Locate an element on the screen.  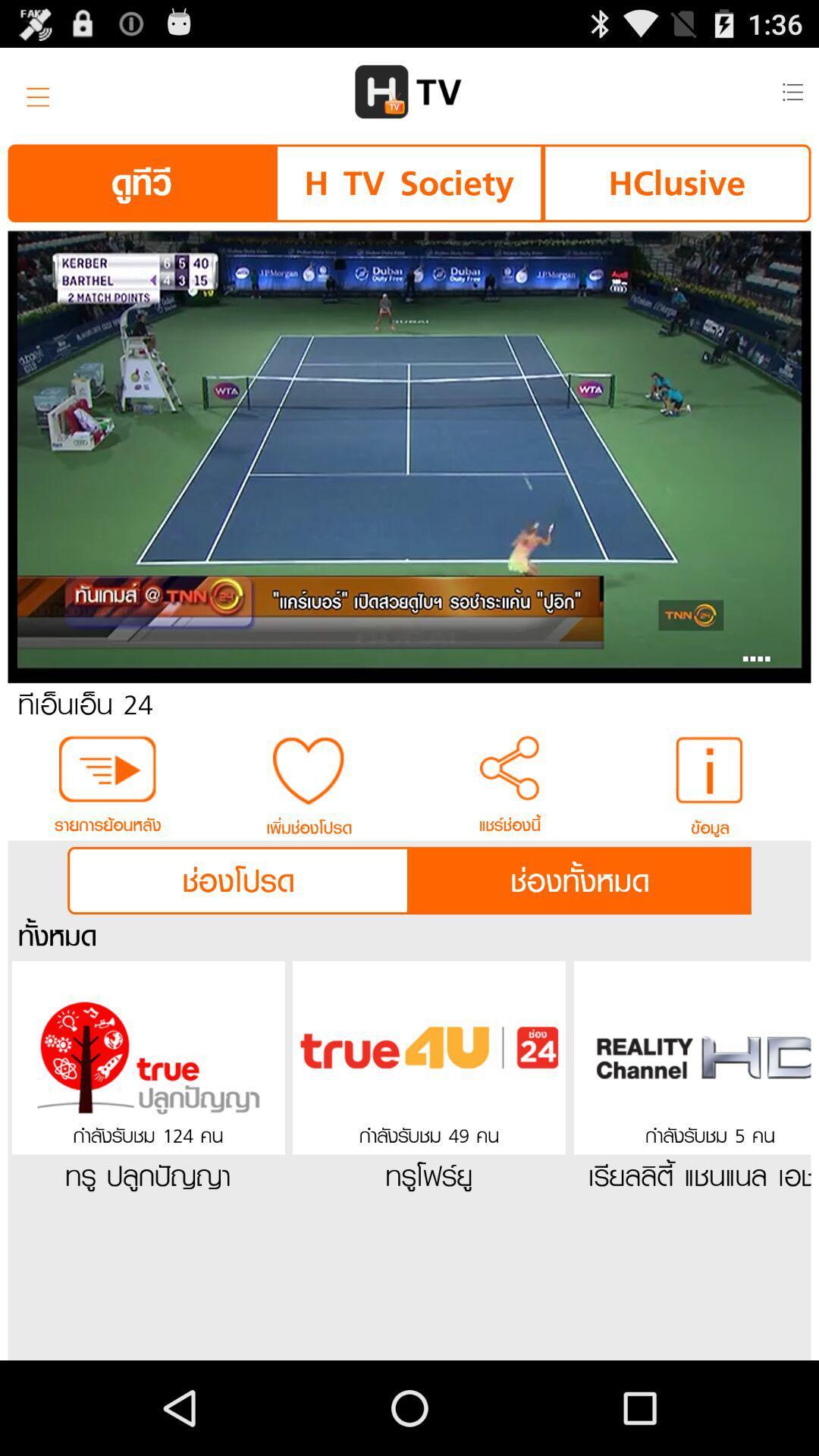
the menu icon is located at coordinates (33, 97).